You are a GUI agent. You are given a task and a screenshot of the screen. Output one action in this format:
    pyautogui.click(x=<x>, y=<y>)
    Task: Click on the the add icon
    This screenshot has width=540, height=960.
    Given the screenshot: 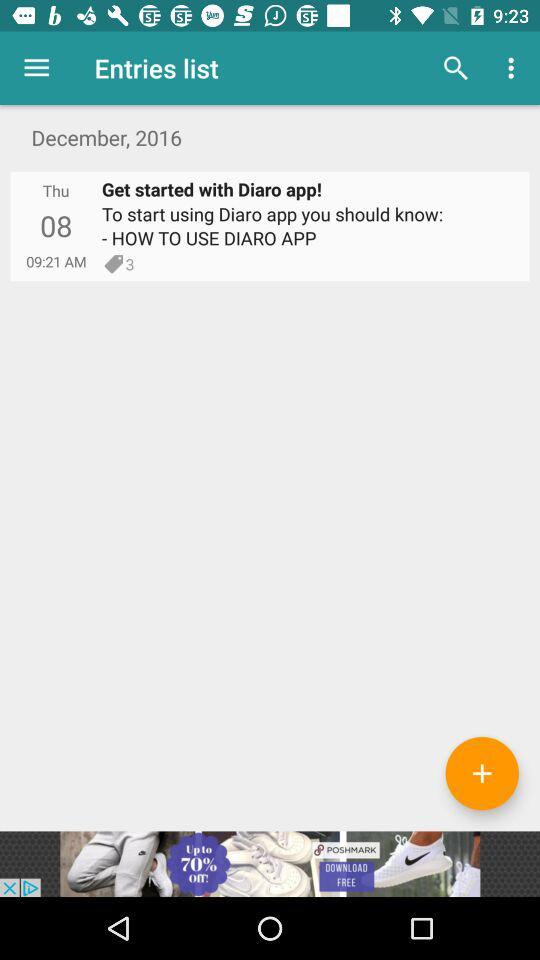 What is the action you would take?
    pyautogui.click(x=481, y=772)
    